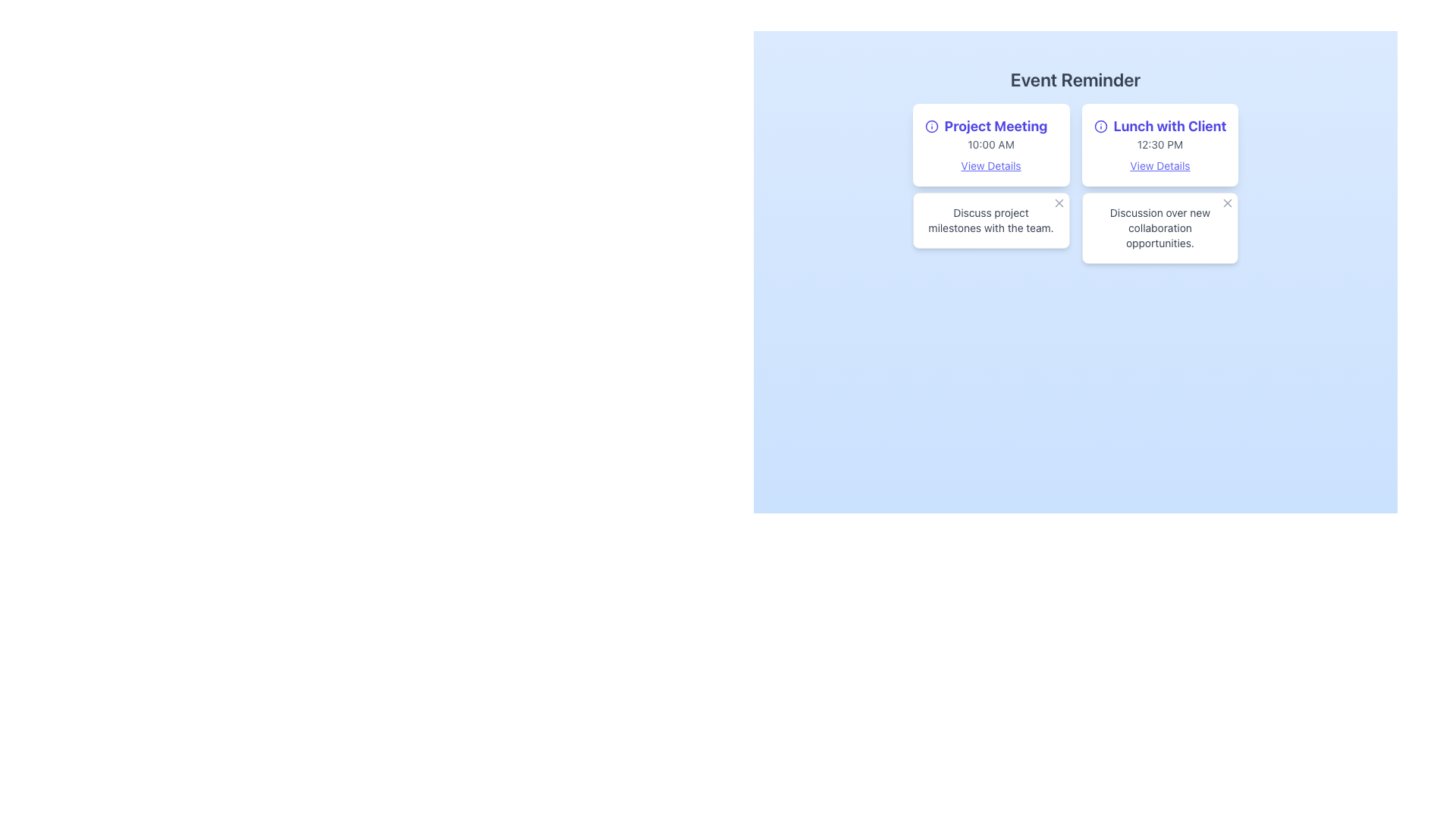  What do you see at coordinates (1228, 202) in the screenshot?
I see `the close button located at the top-right corner of the card in the second row, second column of the reminder interface` at bounding box center [1228, 202].